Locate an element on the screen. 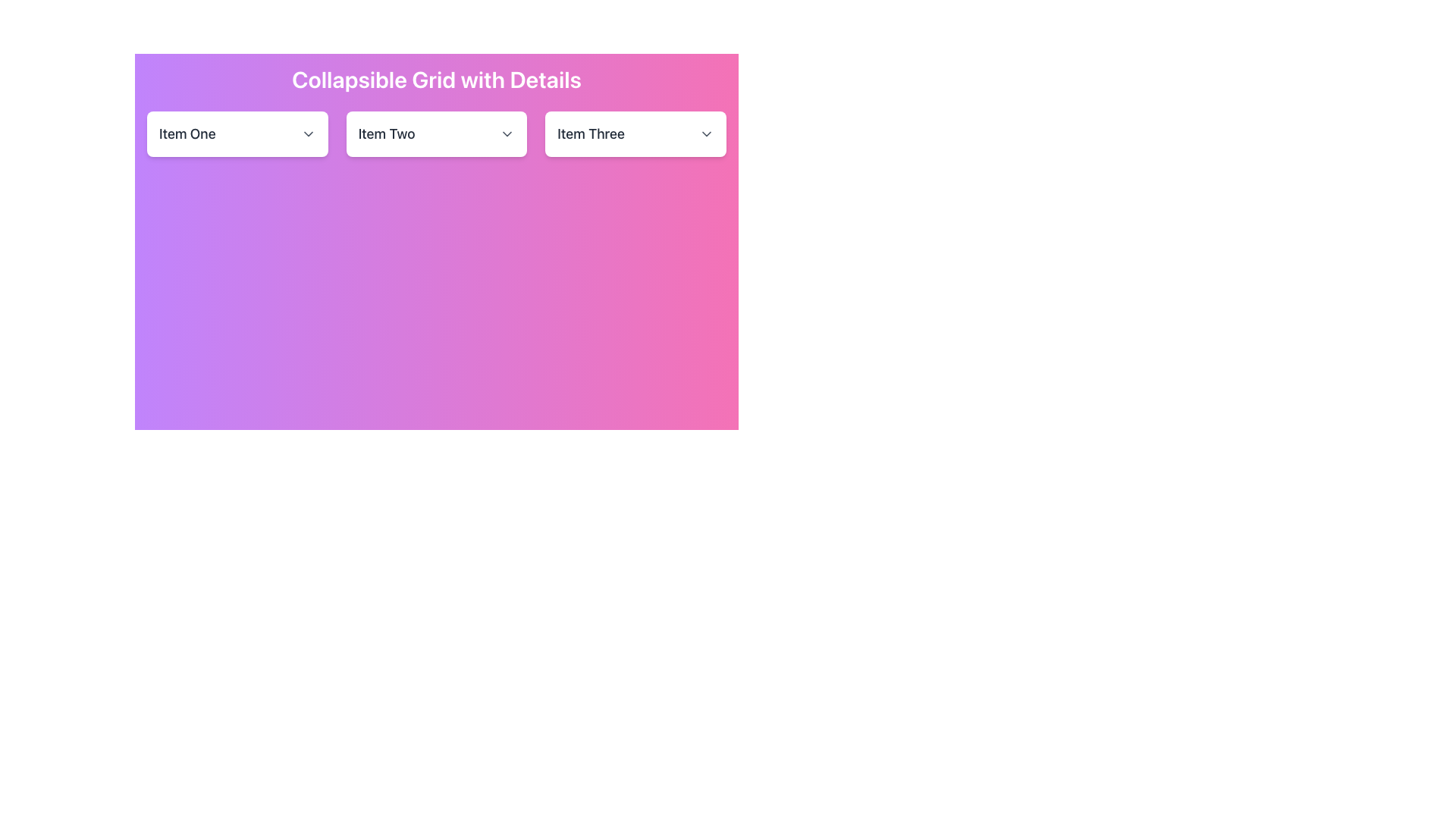  the title or label identifying the second item in the collapsible grid structure located in the center of the second column is located at coordinates (387, 133).